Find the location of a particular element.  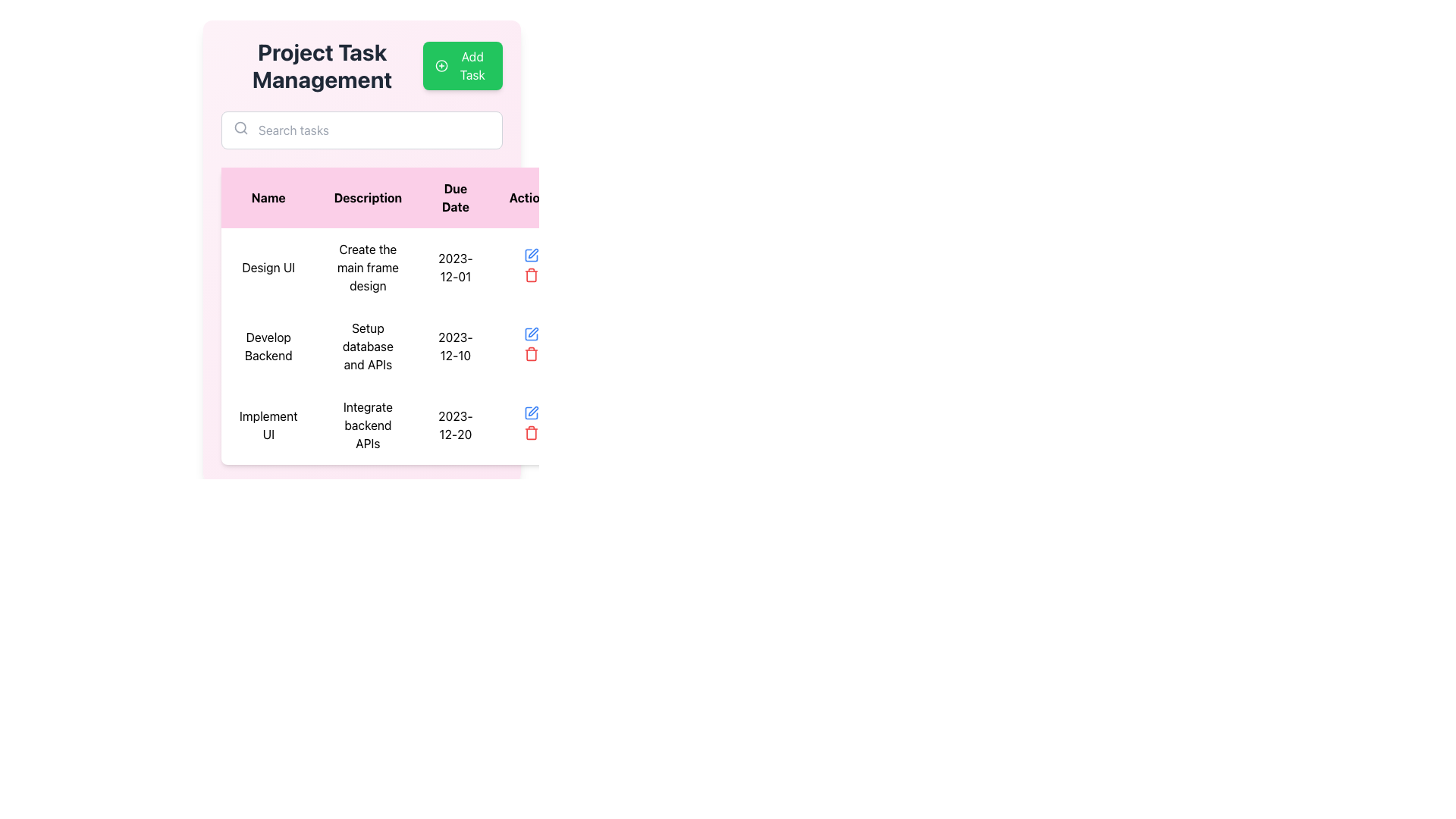

the Text Label indicating the task name 'Design UI', located in the first column of the first row of the table under the 'Name' header is located at coordinates (268, 267).